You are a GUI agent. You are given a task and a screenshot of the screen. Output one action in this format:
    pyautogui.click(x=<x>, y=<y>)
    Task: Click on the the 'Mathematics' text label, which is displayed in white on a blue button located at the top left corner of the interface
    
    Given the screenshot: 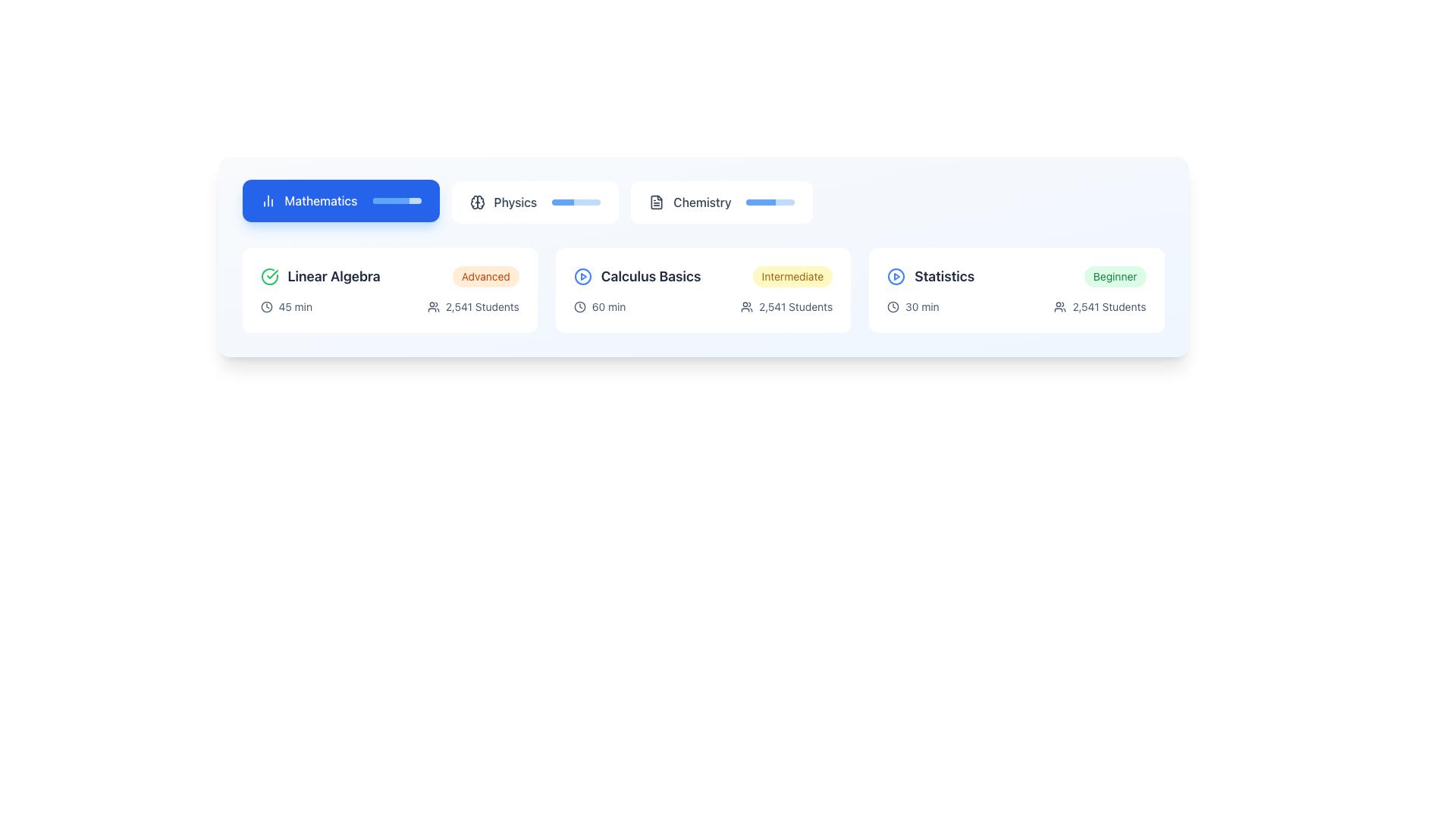 What is the action you would take?
    pyautogui.click(x=320, y=200)
    